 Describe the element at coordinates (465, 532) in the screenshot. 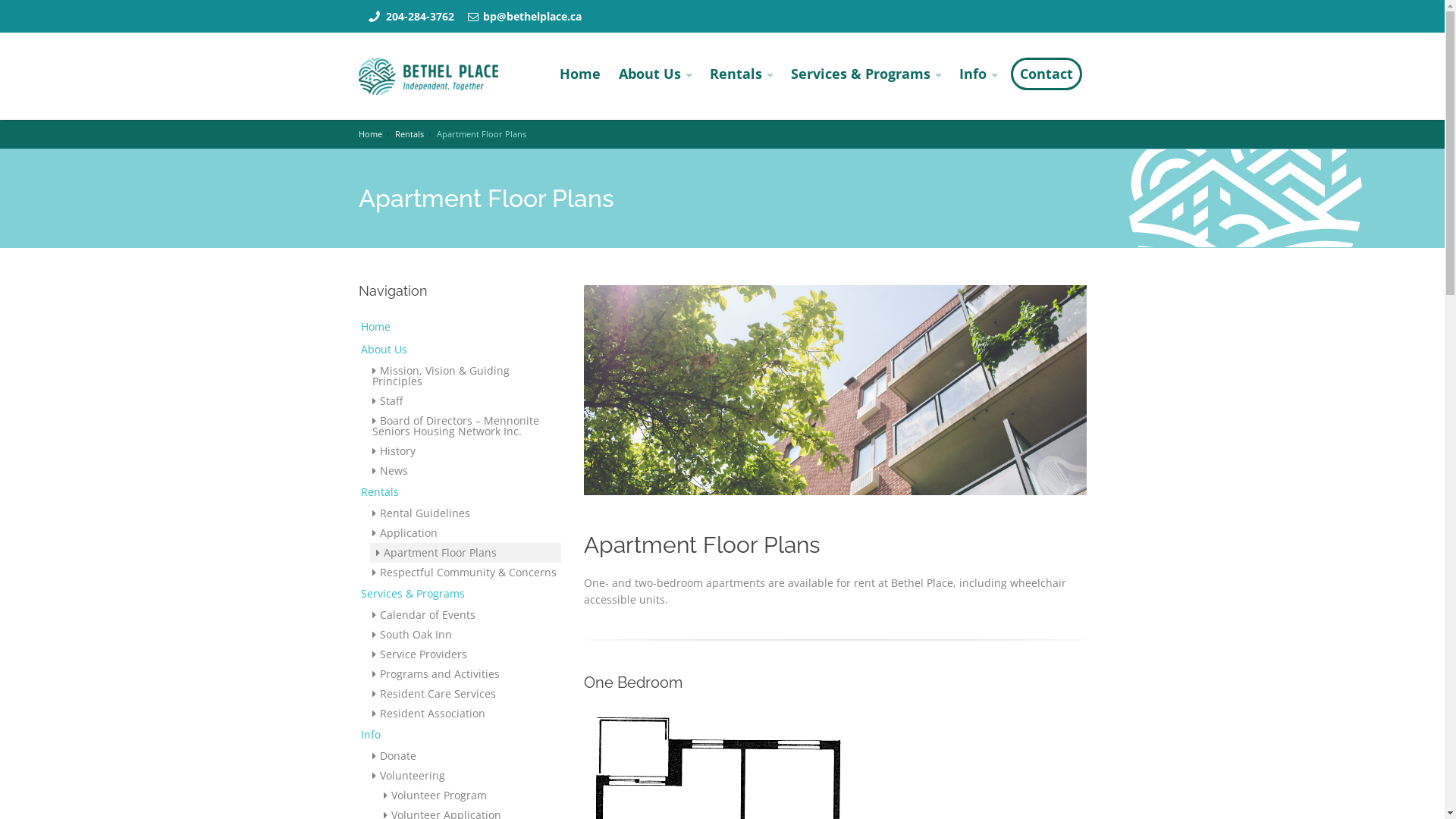

I see `'Application'` at that location.